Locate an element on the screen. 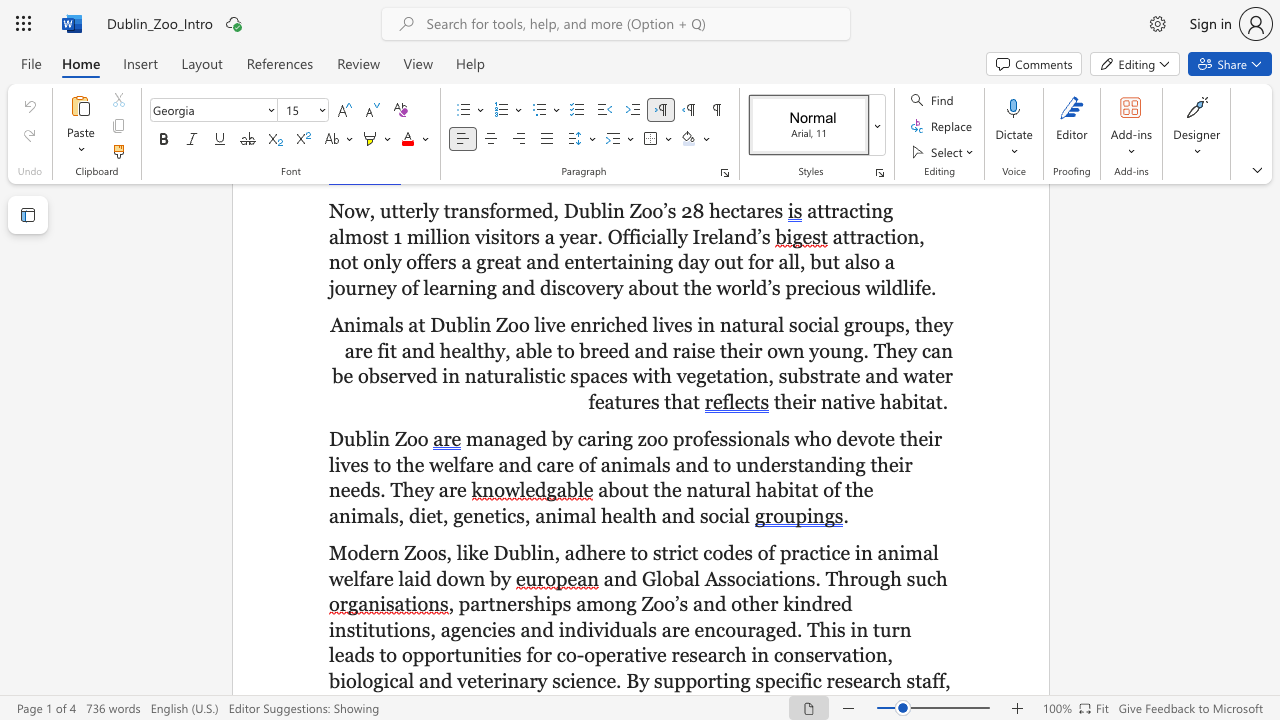 This screenshot has width=1280, height=720. the subset text "bitat of the ani" within the text "about the natural habitat of the animals," is located at coordinates (776, 490).